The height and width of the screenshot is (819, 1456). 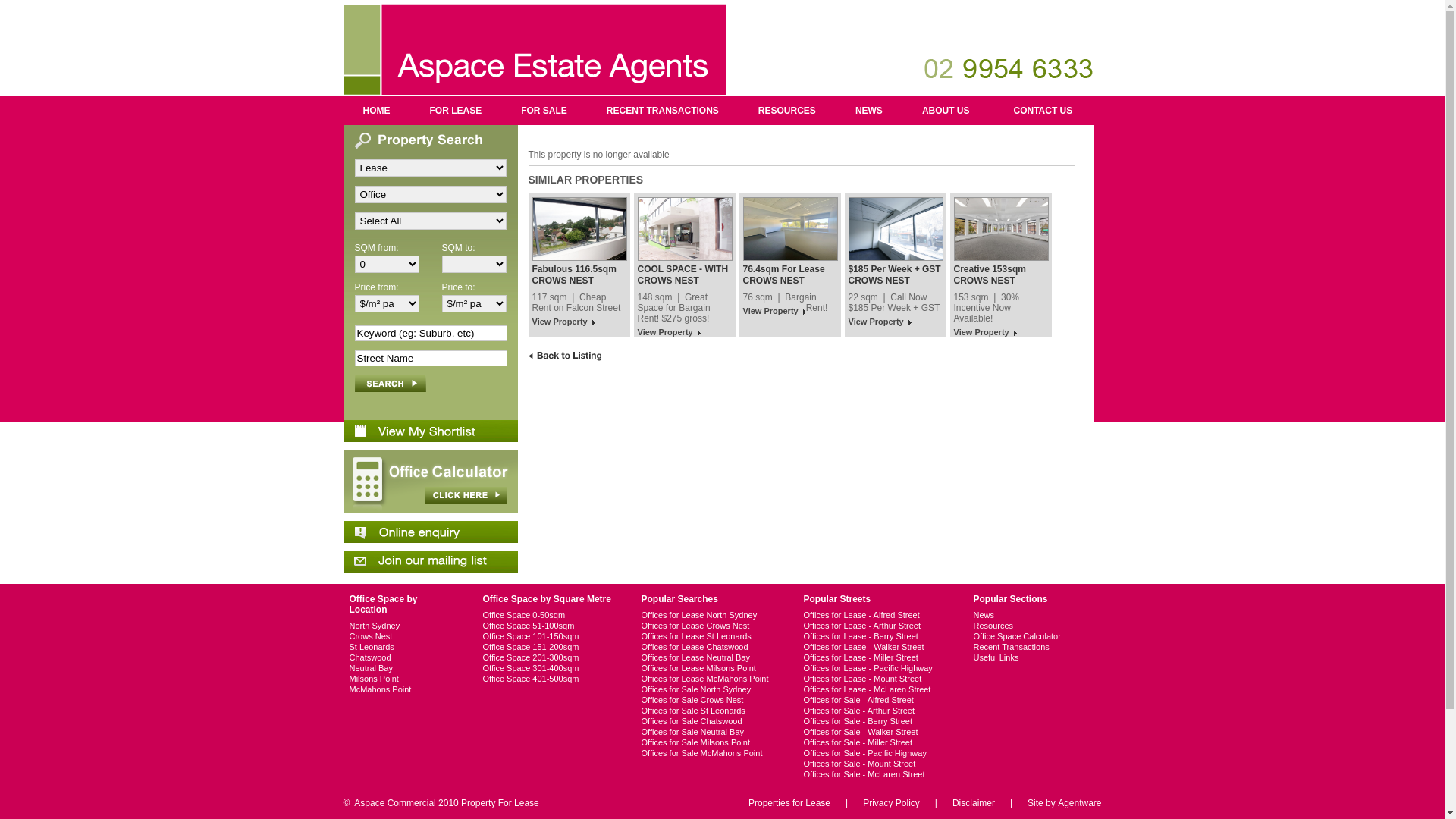 What do you see at coordinates (902, 110) in the screenshot?
I see `'ABOUT US'` at bounding box center [902, 110].